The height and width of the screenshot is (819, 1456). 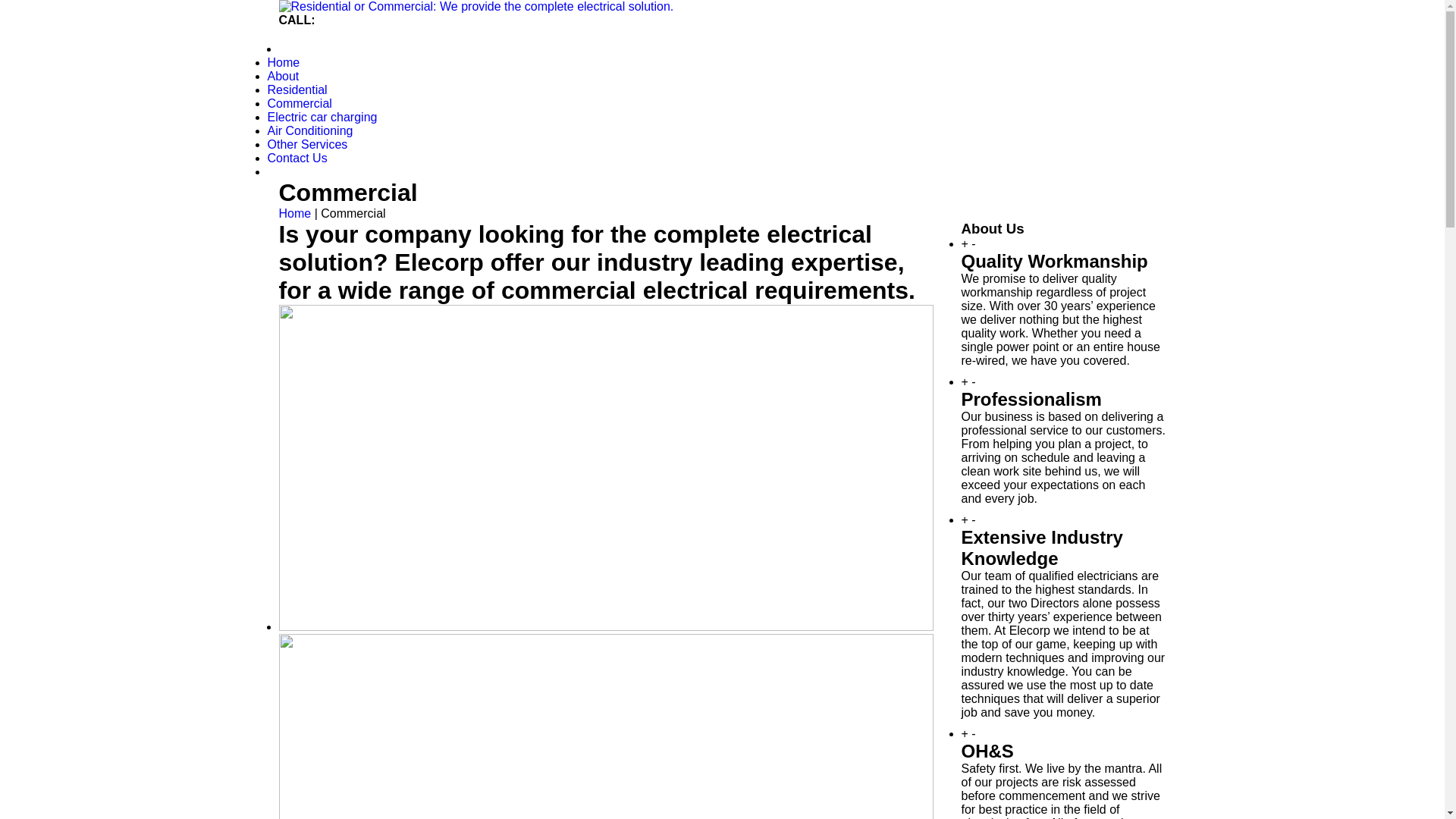 What do you see at coordinates (297, 158) in the screenshot?
I see `'Contact Us'` at bounding box center [297, 158].